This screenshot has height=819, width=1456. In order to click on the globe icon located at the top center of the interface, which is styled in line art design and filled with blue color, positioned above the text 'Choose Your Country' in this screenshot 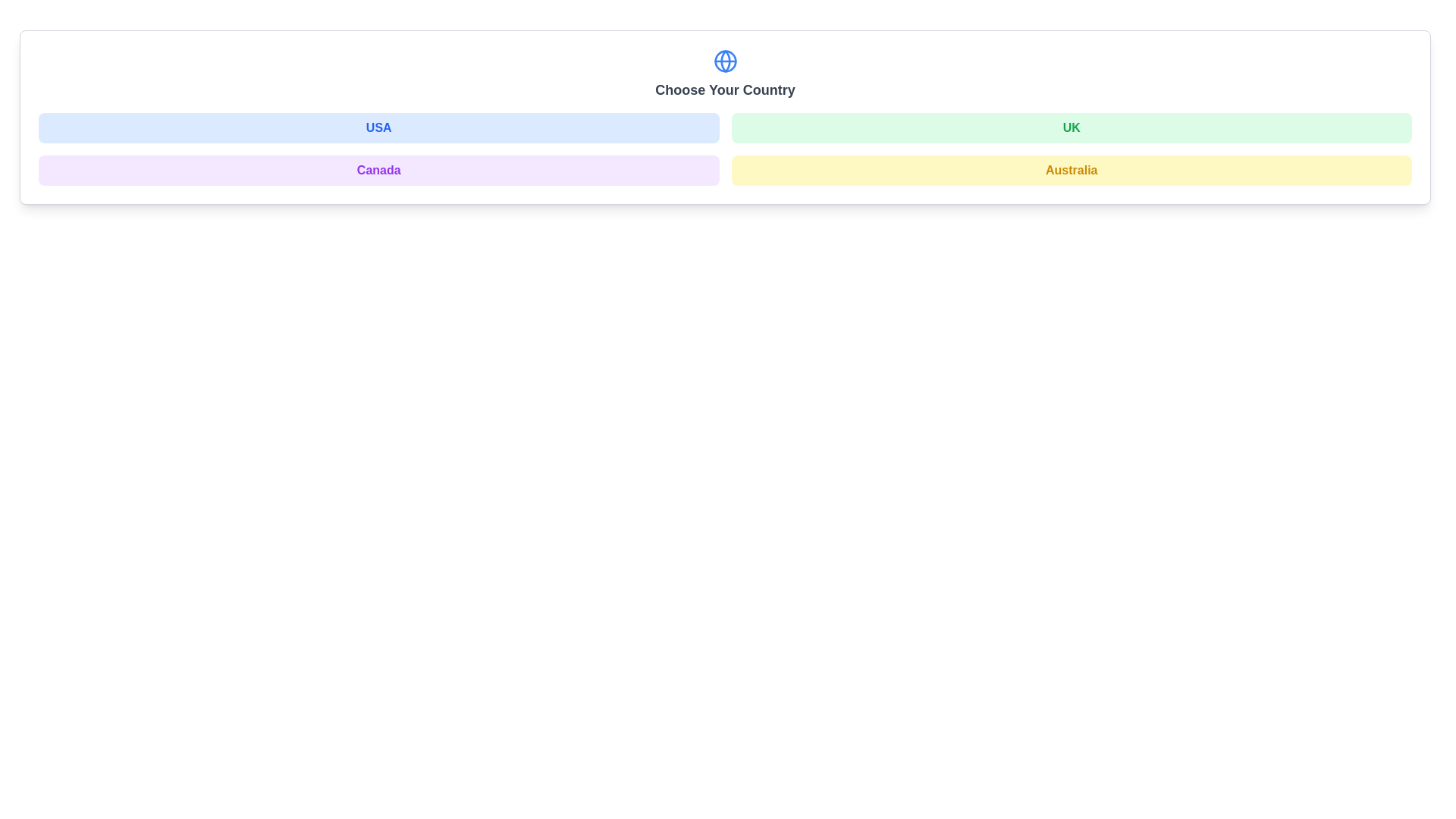, I will do `click(724, 61)`.